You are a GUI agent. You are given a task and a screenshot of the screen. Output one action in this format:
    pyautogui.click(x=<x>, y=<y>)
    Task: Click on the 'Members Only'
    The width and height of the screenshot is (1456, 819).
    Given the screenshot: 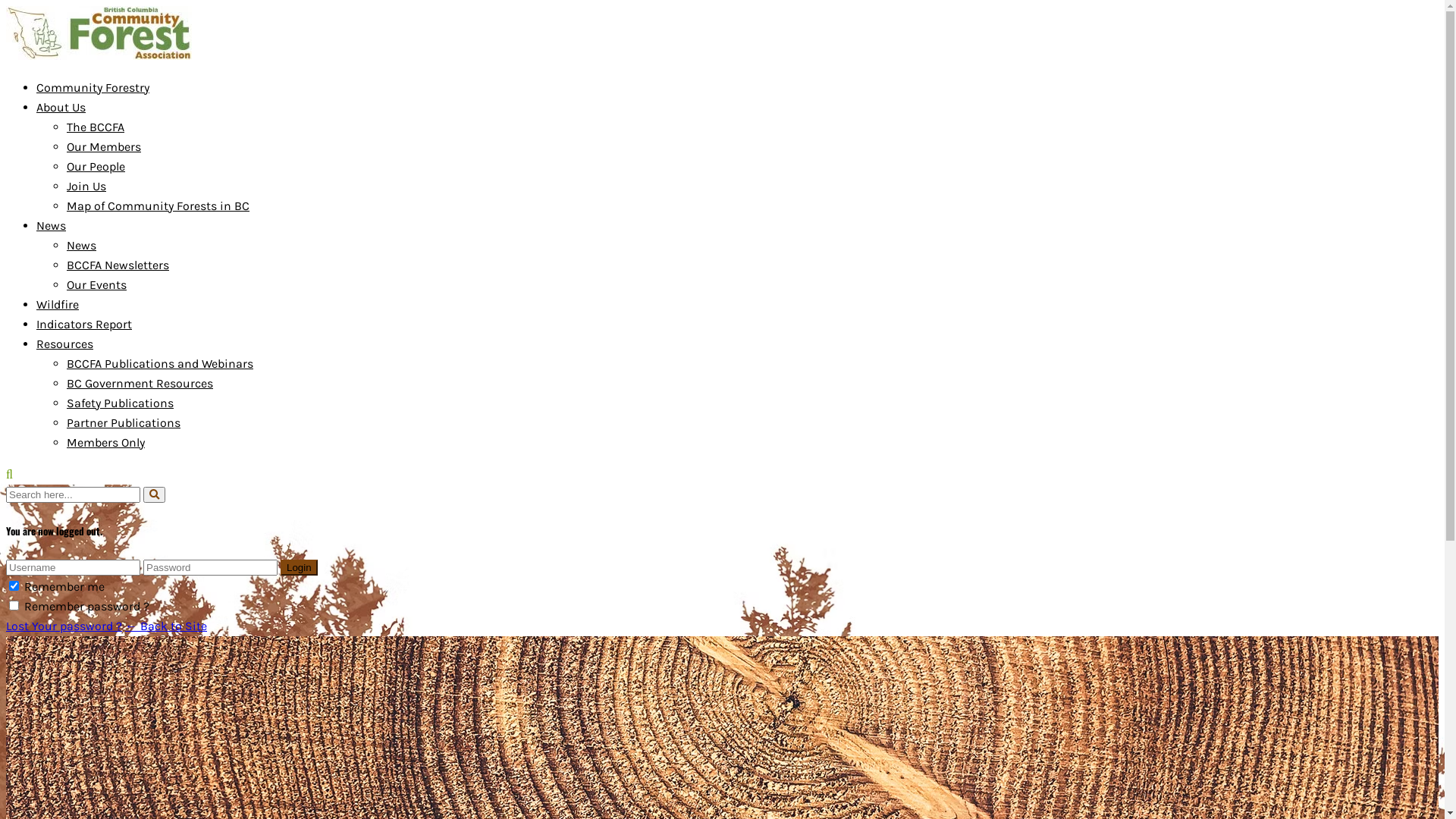 What is the action you would take?
    pyautogui.click(x=105, y=442)
    